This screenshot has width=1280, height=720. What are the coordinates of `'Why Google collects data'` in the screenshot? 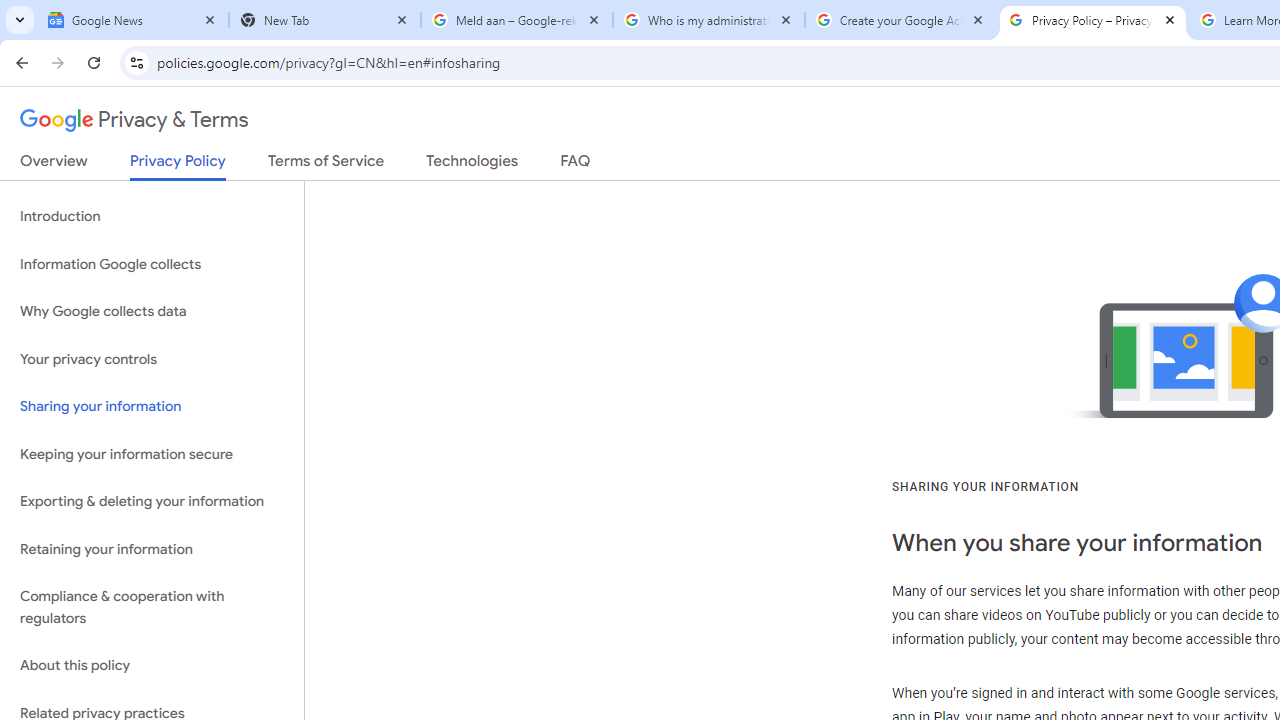 It's located at (151, 312).